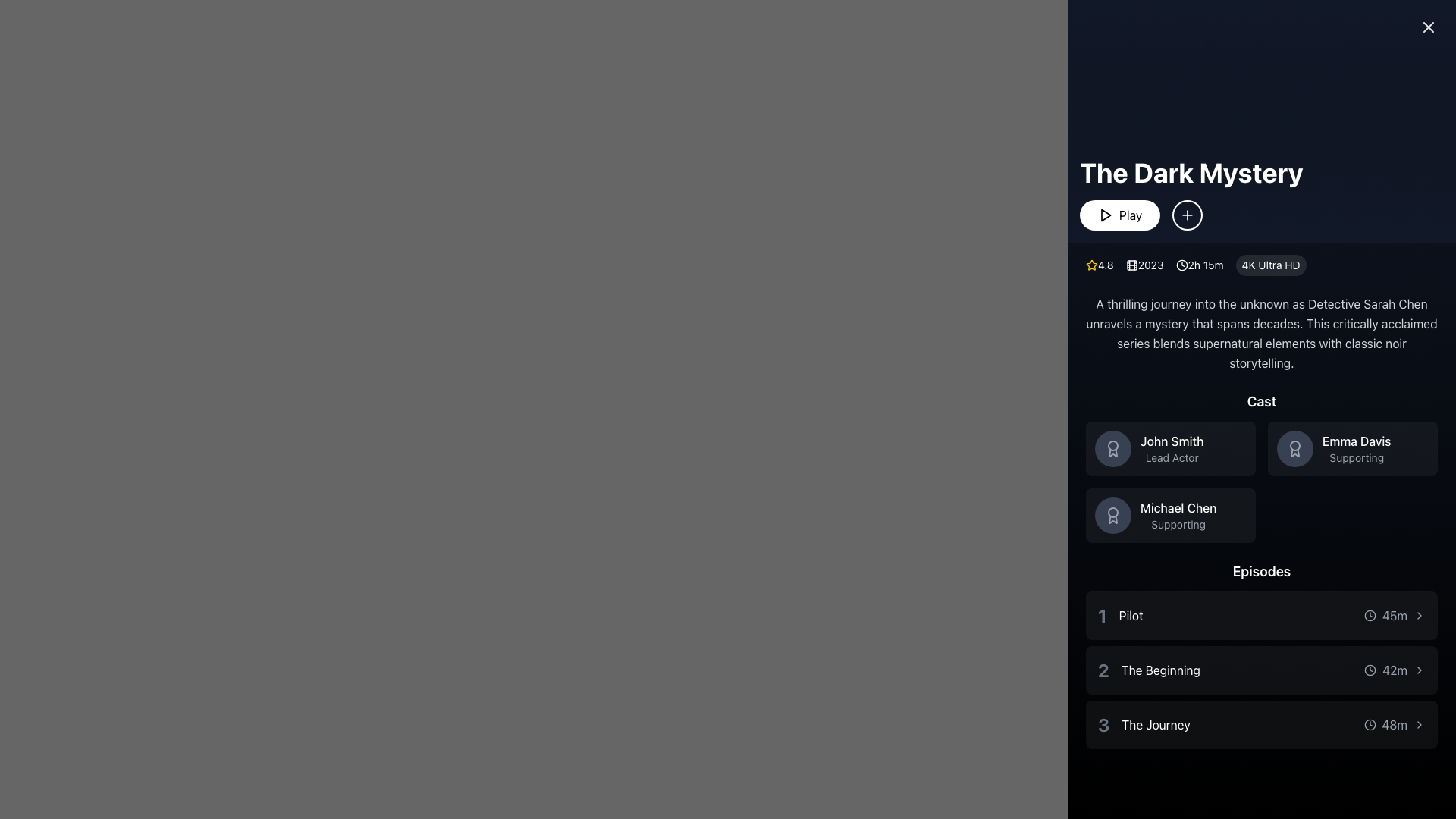 This screenshot has height=819, width=1456. Describe the element at coordinates (1262, 669) in the screenshot. I see `the second episode button in the series listing` at that location.